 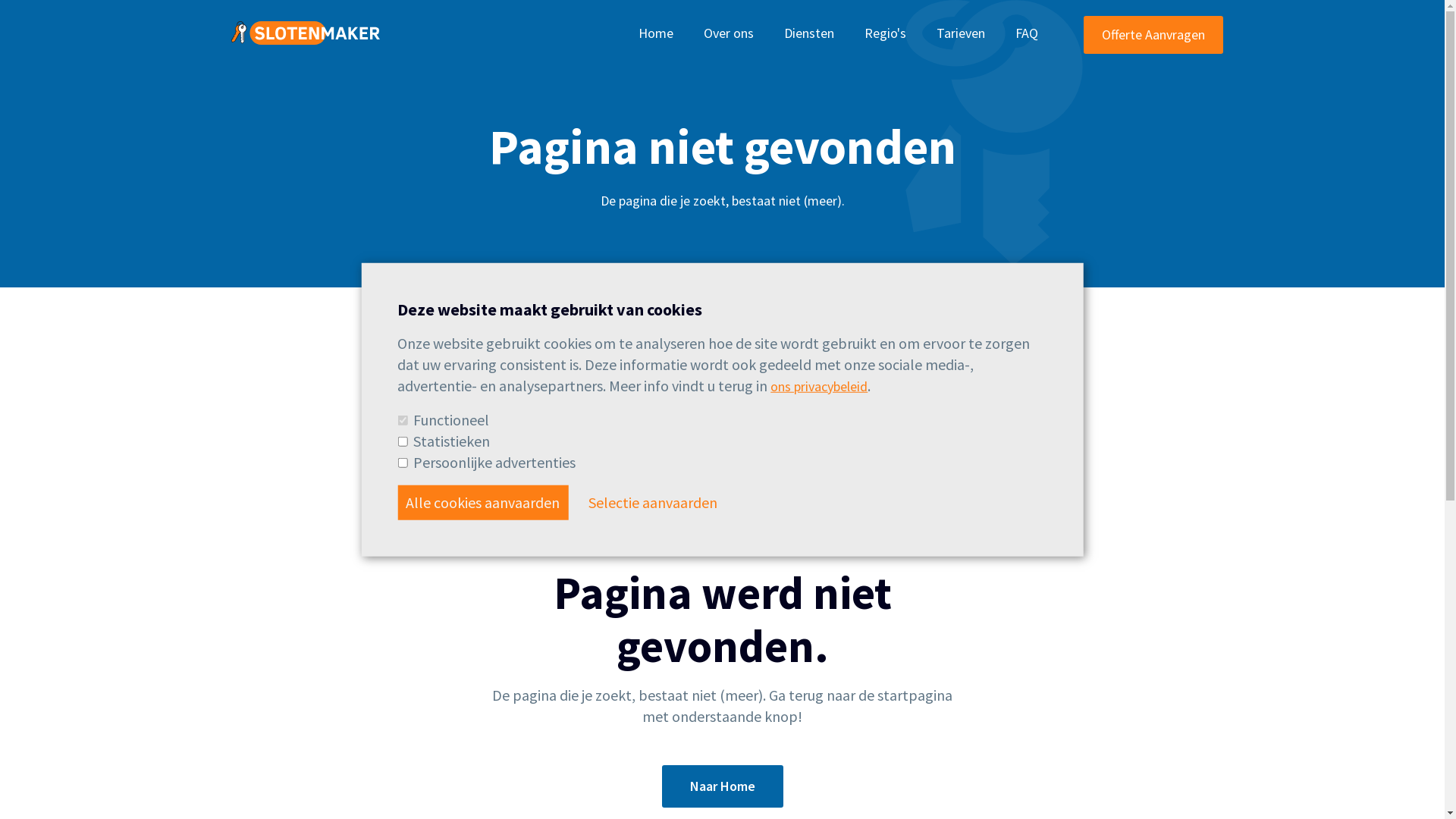 I want to click on 'Offerte Aanvragen', so click(x=1082, y=34).